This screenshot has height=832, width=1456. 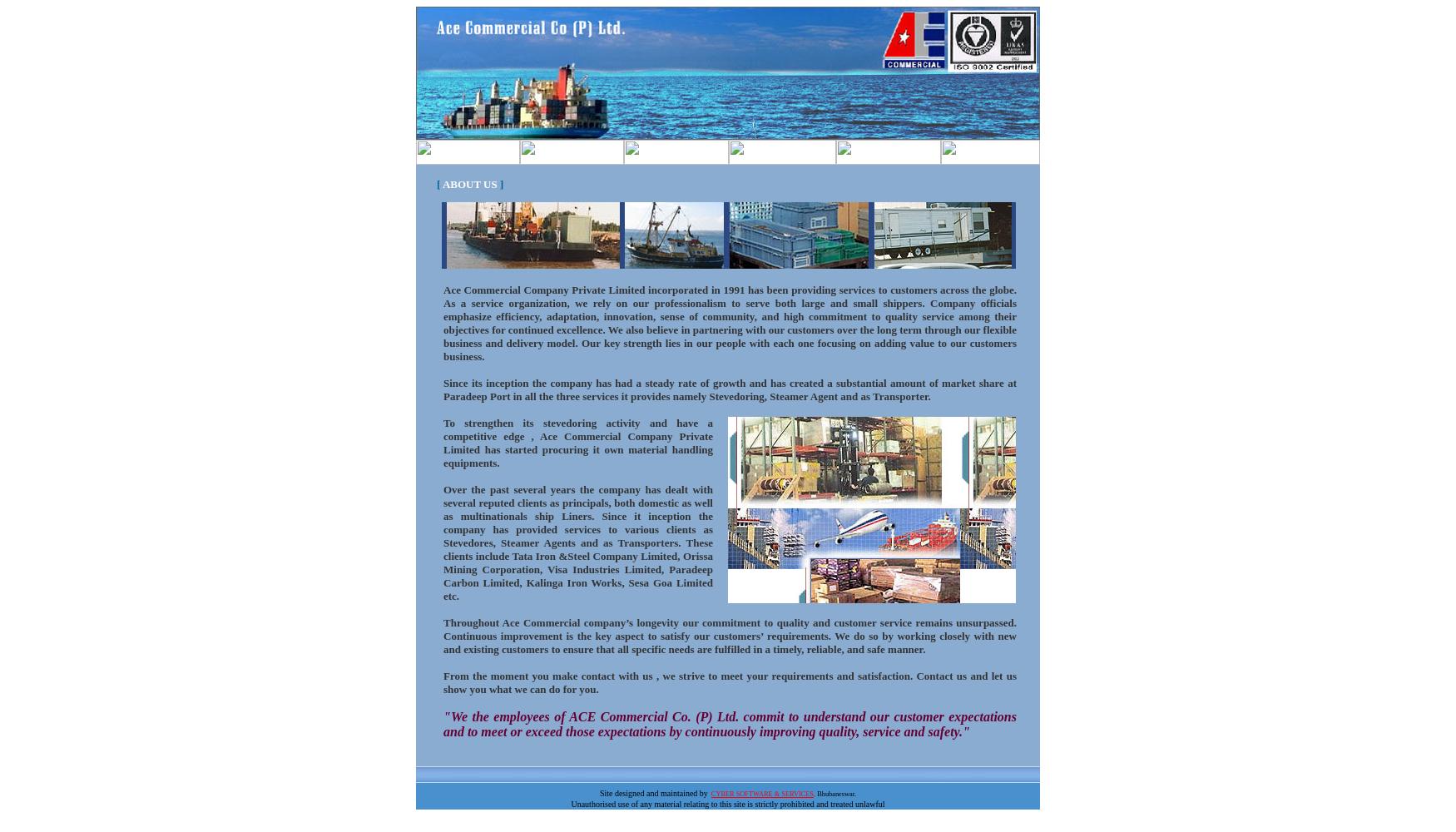 I want to click on 'Throughout Ace Commercial company’s longevity our commitment 
              to quality and customer service remains unsurpassed. Continuous 
              improvement is the key aspect to satisfy our customers’ requirements. 
              We do so by working closely with new and existing customers to ensure 
              that all specific needs are fulfilled in a timely, reliable, and 
              safe manner.', so click(x=443, y=636).